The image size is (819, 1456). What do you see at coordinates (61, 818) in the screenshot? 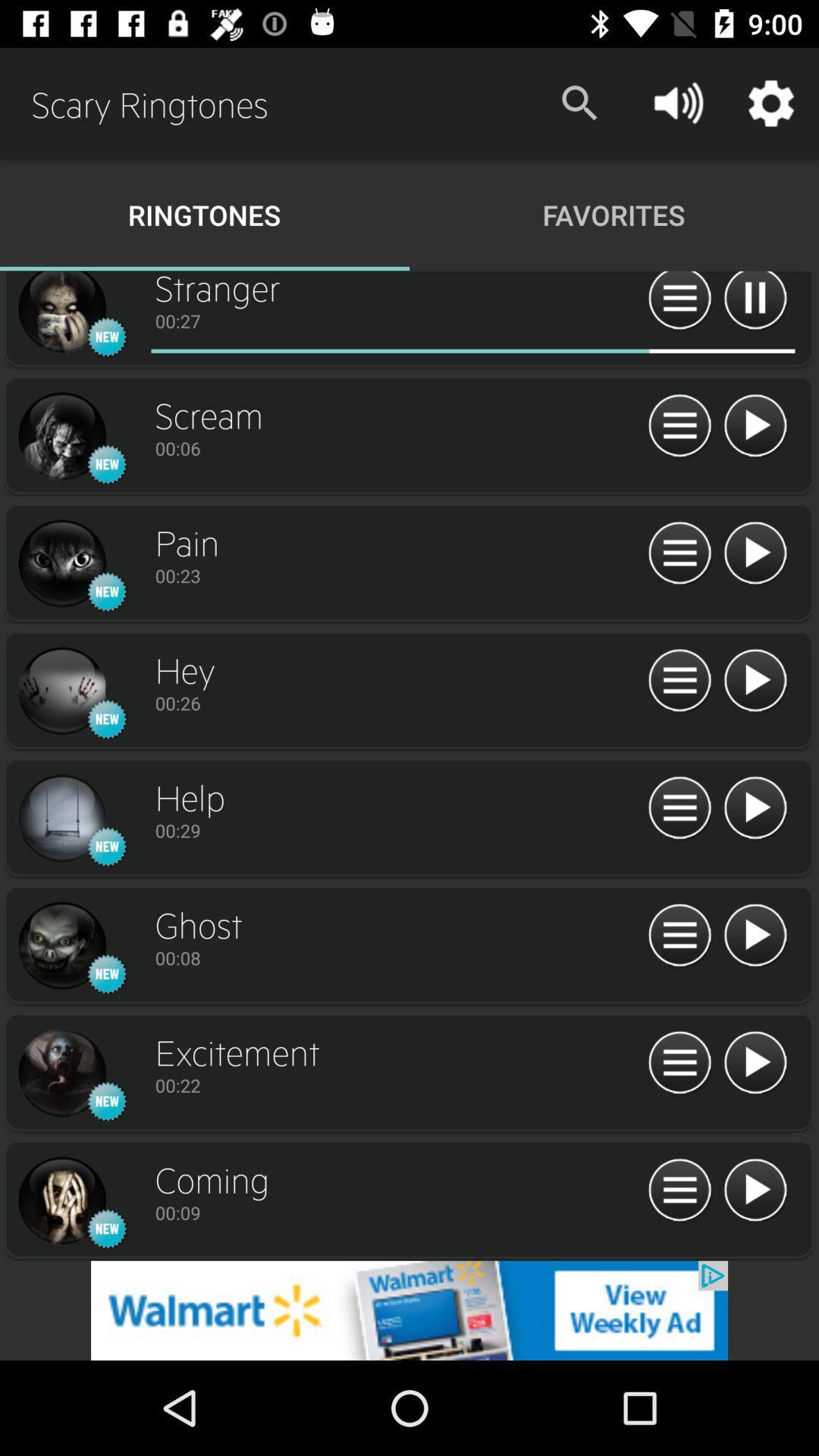
I see `the rington` at bounding box center [61, 818].